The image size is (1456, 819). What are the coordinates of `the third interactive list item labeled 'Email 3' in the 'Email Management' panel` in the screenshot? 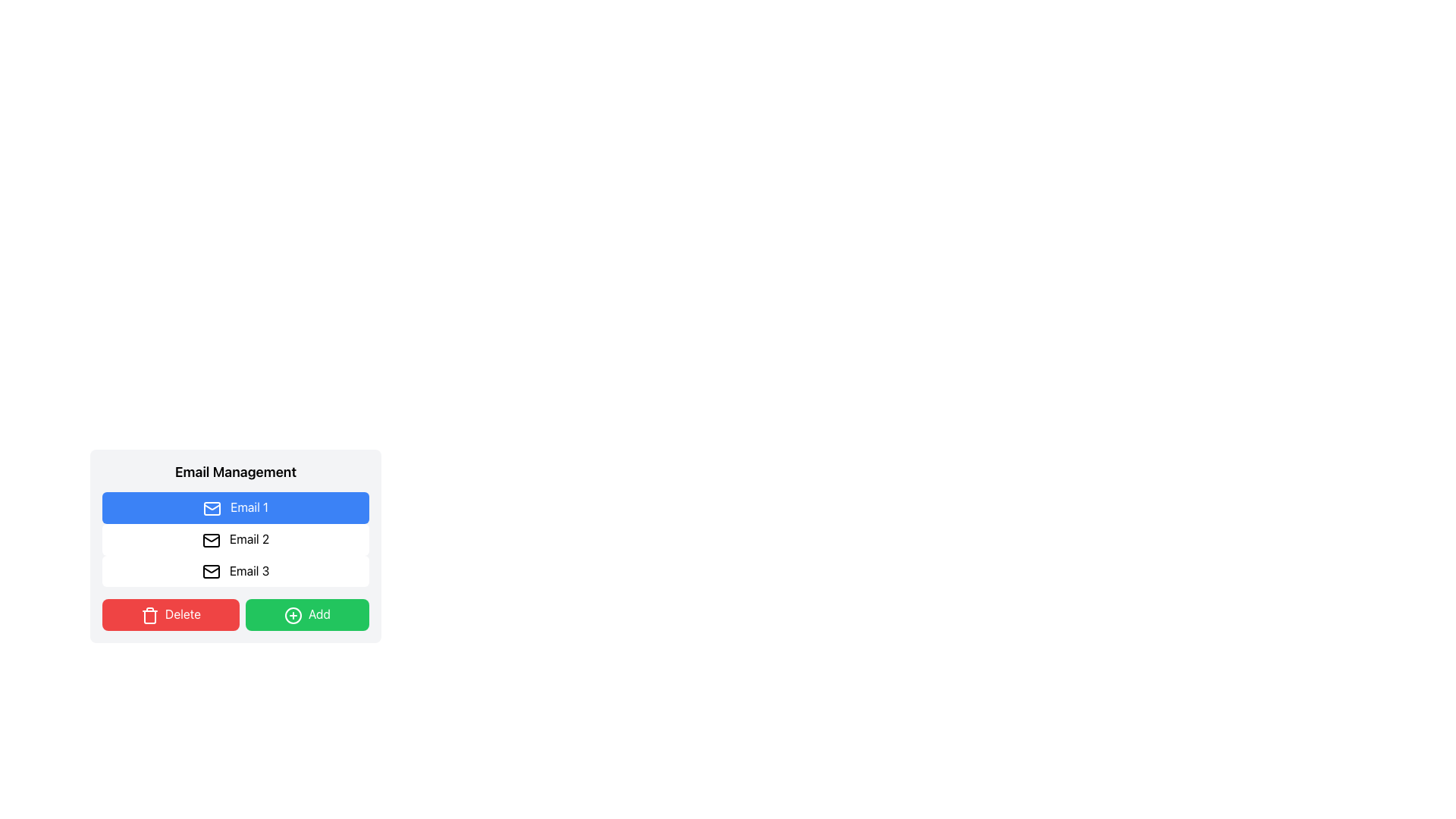 It's located at (235, 570).